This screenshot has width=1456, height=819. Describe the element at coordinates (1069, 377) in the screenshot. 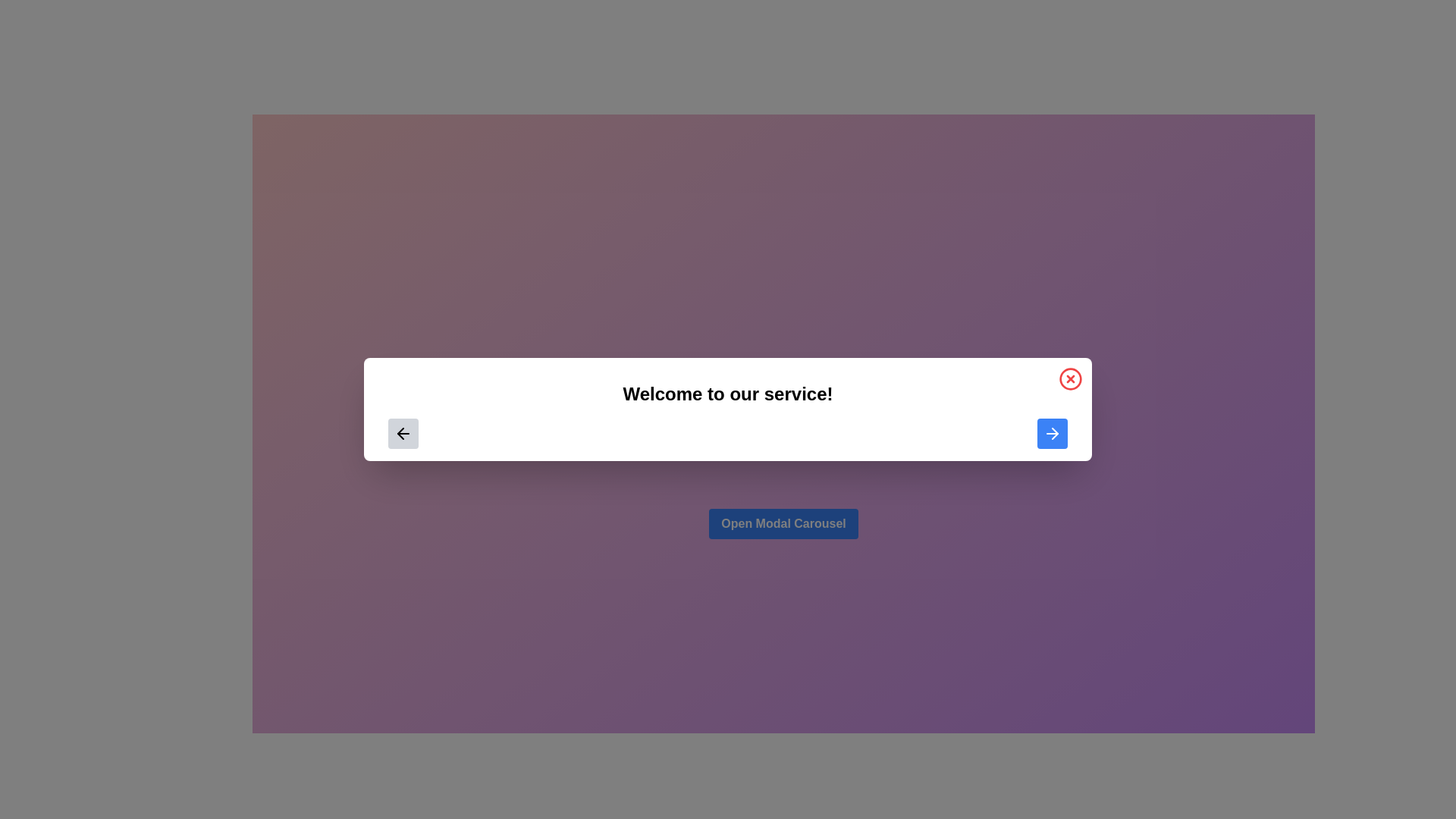

I see `the circular element of the close button in the top-right corner of the modal dialog, which is part of an SVG graphic` at that location.